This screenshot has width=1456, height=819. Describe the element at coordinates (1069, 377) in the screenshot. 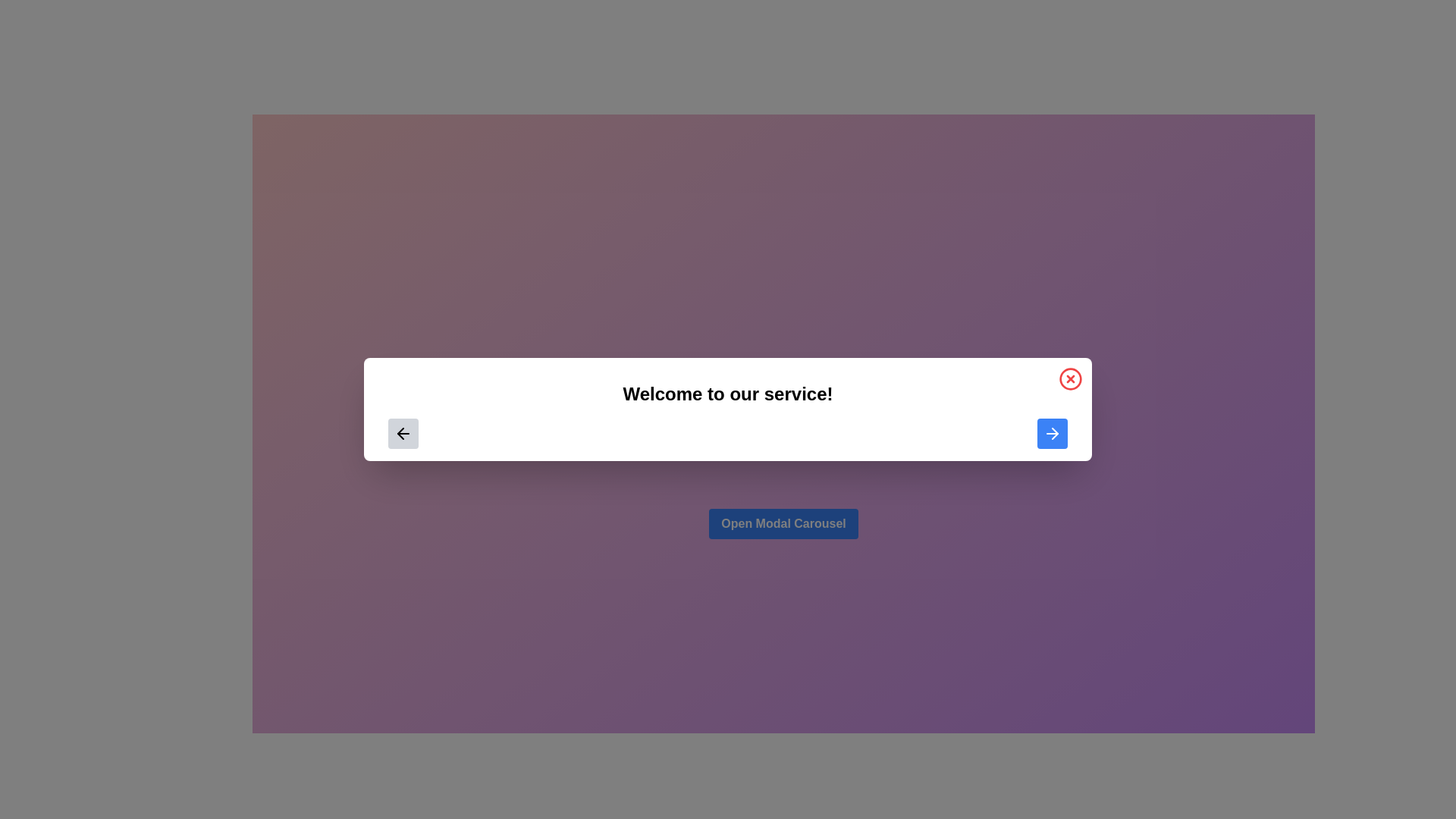

I see `the circular element of the close button in the top-right corner of the modal dialog, which is part of an SVG graphic` at that location.